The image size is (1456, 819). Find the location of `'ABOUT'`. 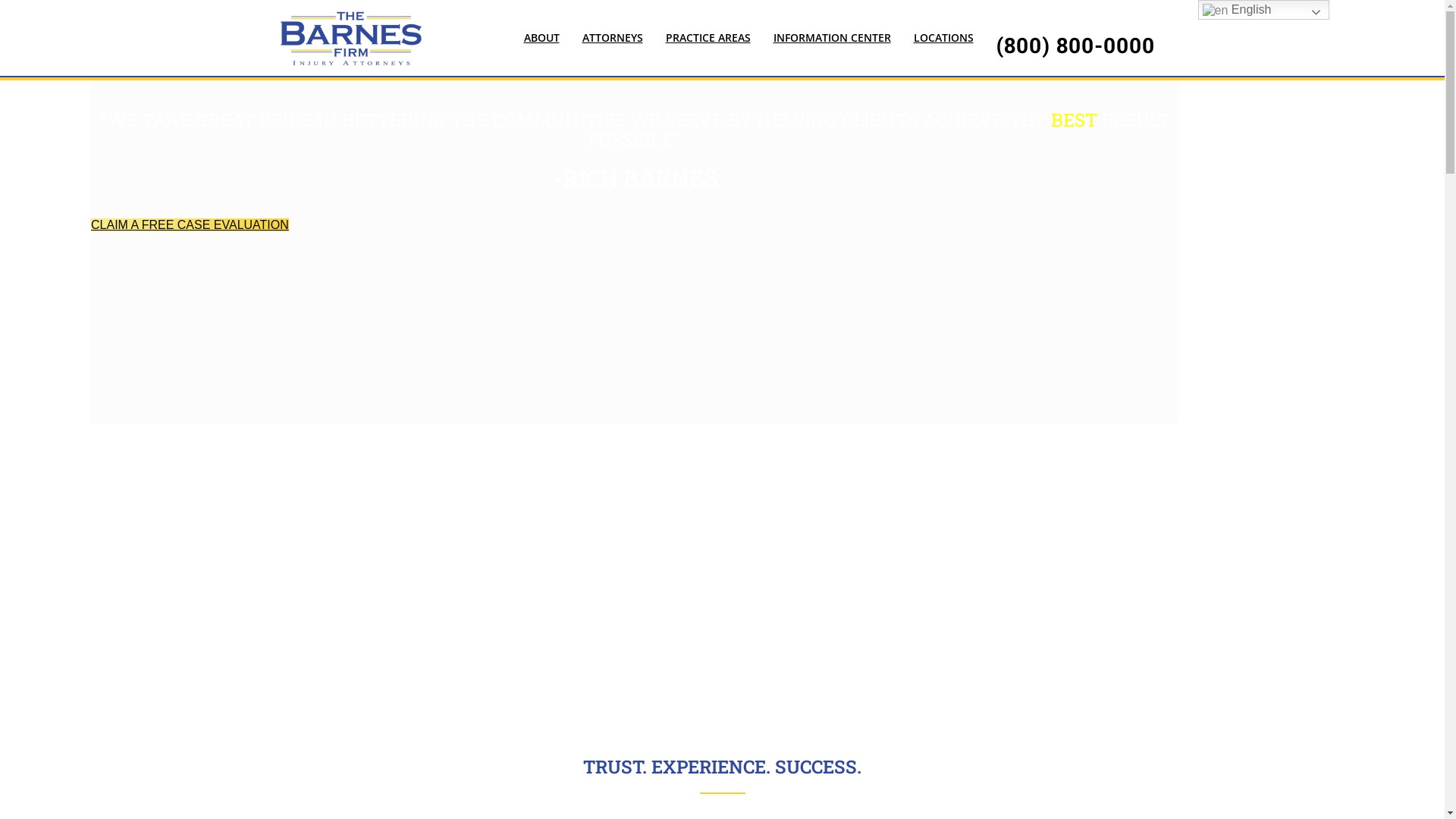

'ABOUT' is located at coordinates (513, 36).